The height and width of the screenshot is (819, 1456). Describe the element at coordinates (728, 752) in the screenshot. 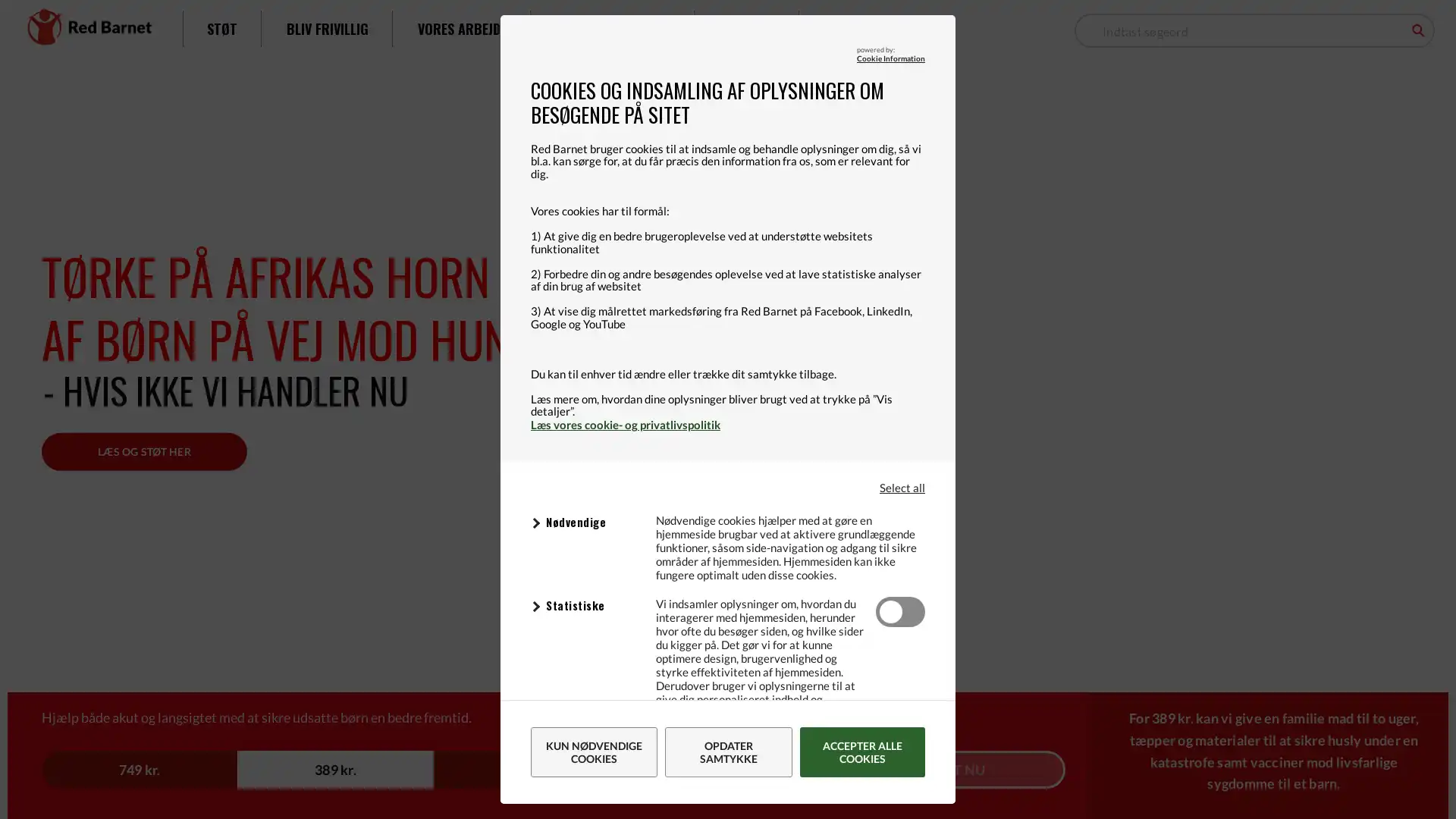

I see `Opdater samtykke` at that location.